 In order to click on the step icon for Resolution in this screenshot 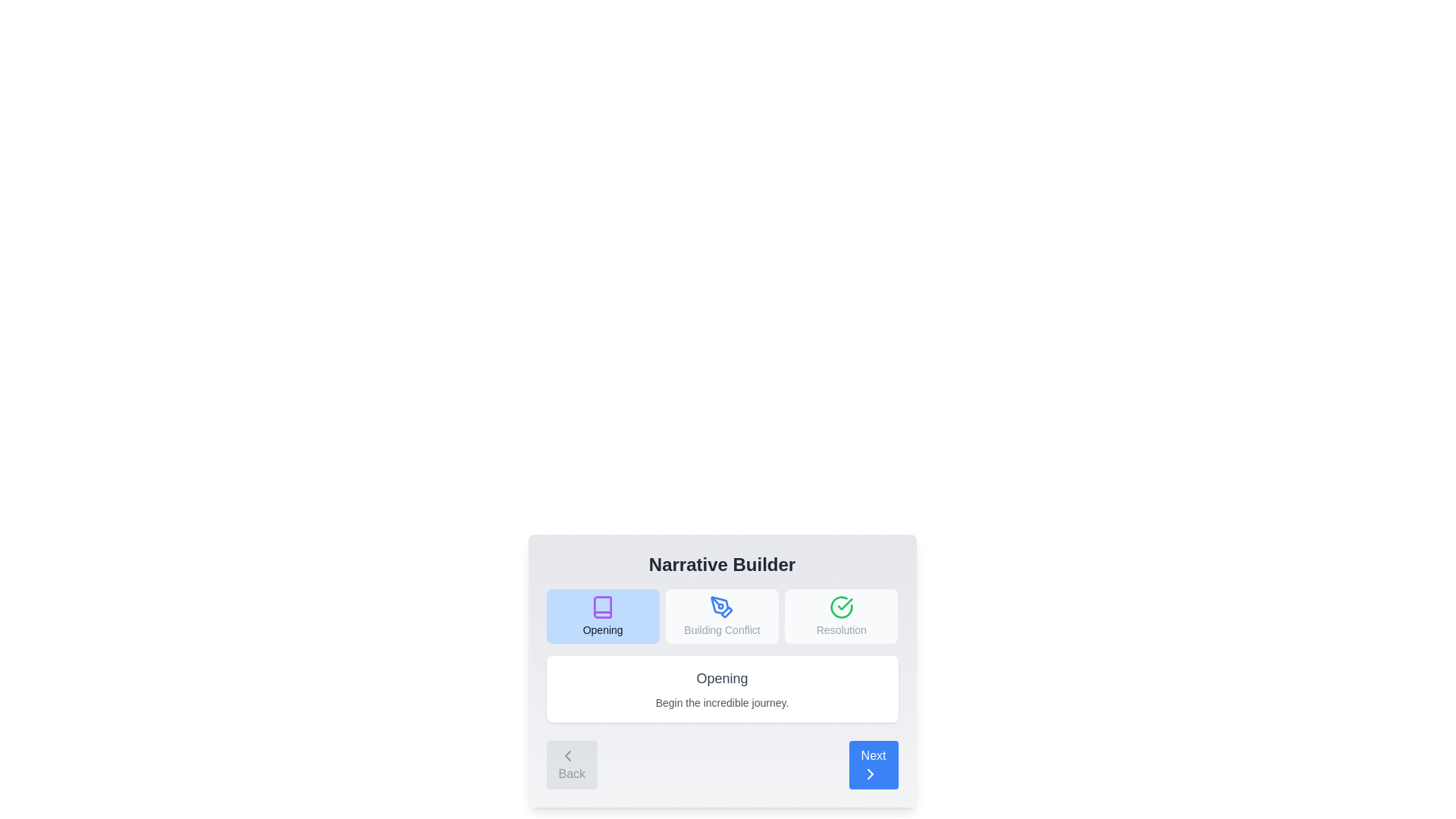, I will do `click(840, 617)`.